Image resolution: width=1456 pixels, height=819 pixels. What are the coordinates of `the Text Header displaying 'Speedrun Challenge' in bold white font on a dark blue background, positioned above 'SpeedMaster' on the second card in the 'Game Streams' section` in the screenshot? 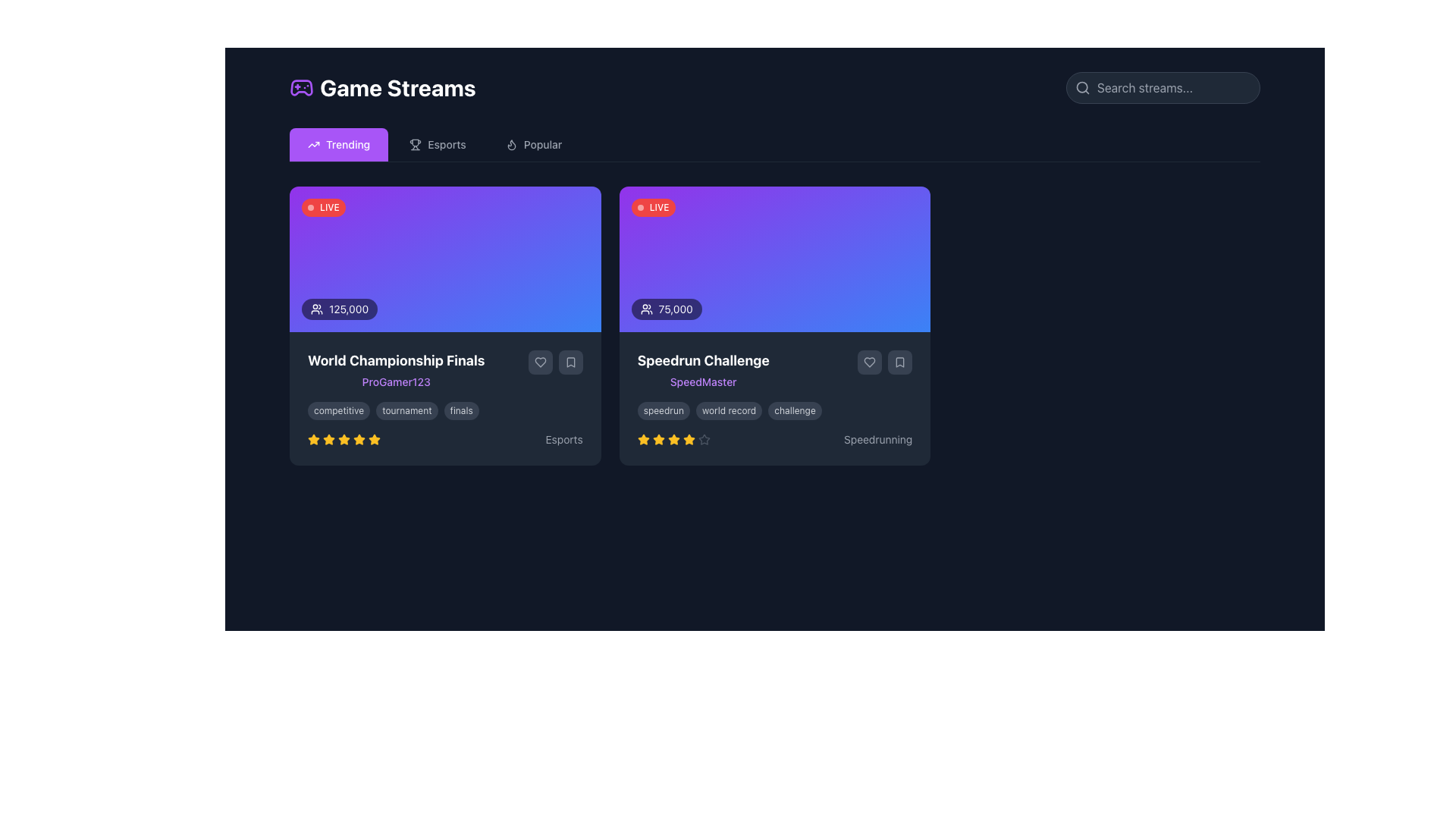 It's located at (702, 360).